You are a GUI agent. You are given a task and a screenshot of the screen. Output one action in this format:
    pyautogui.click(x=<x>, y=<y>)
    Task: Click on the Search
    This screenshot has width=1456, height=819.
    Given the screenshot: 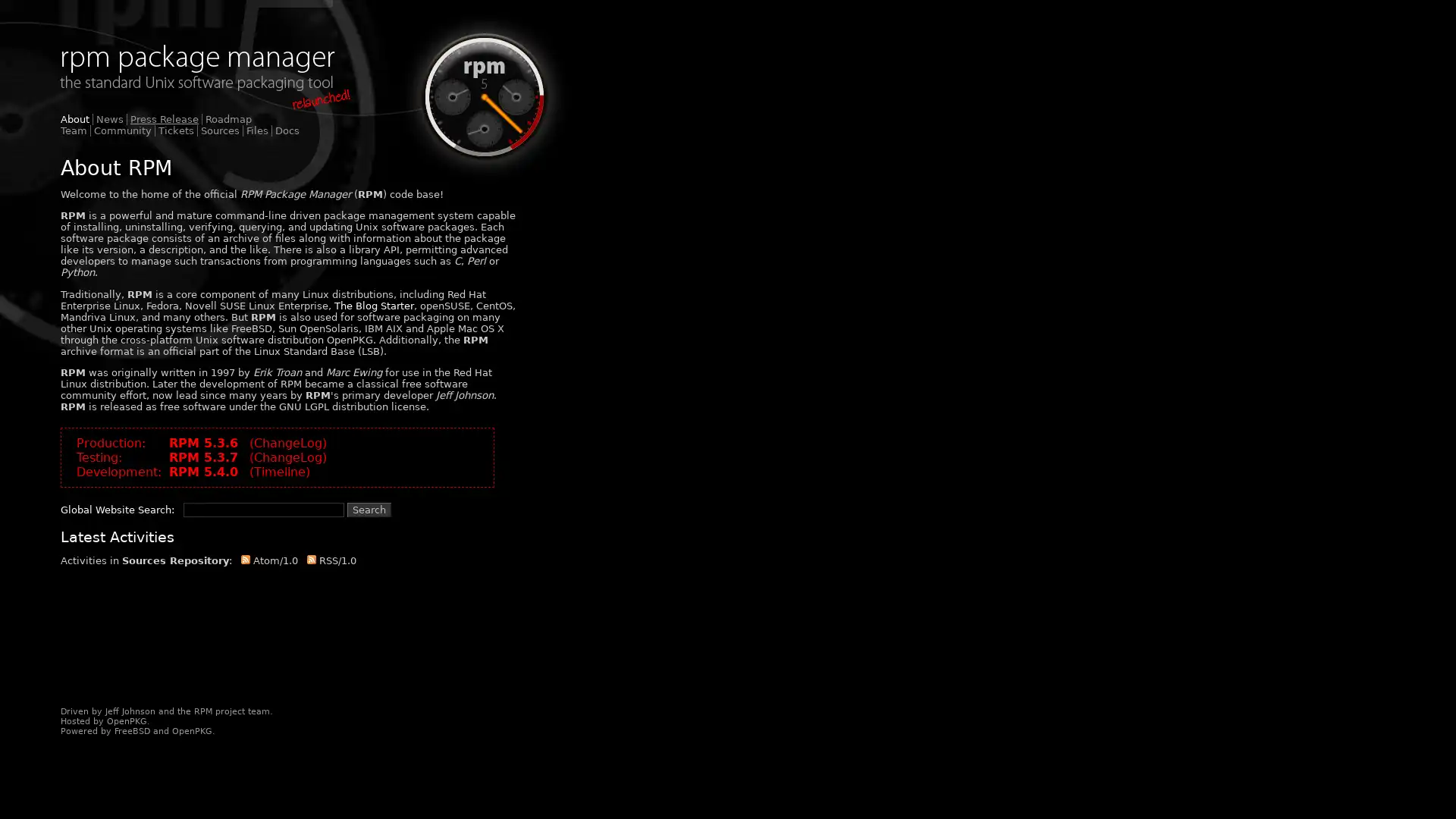 What is the action you would take?
    pyautogui.click(x=369, y=509)
    